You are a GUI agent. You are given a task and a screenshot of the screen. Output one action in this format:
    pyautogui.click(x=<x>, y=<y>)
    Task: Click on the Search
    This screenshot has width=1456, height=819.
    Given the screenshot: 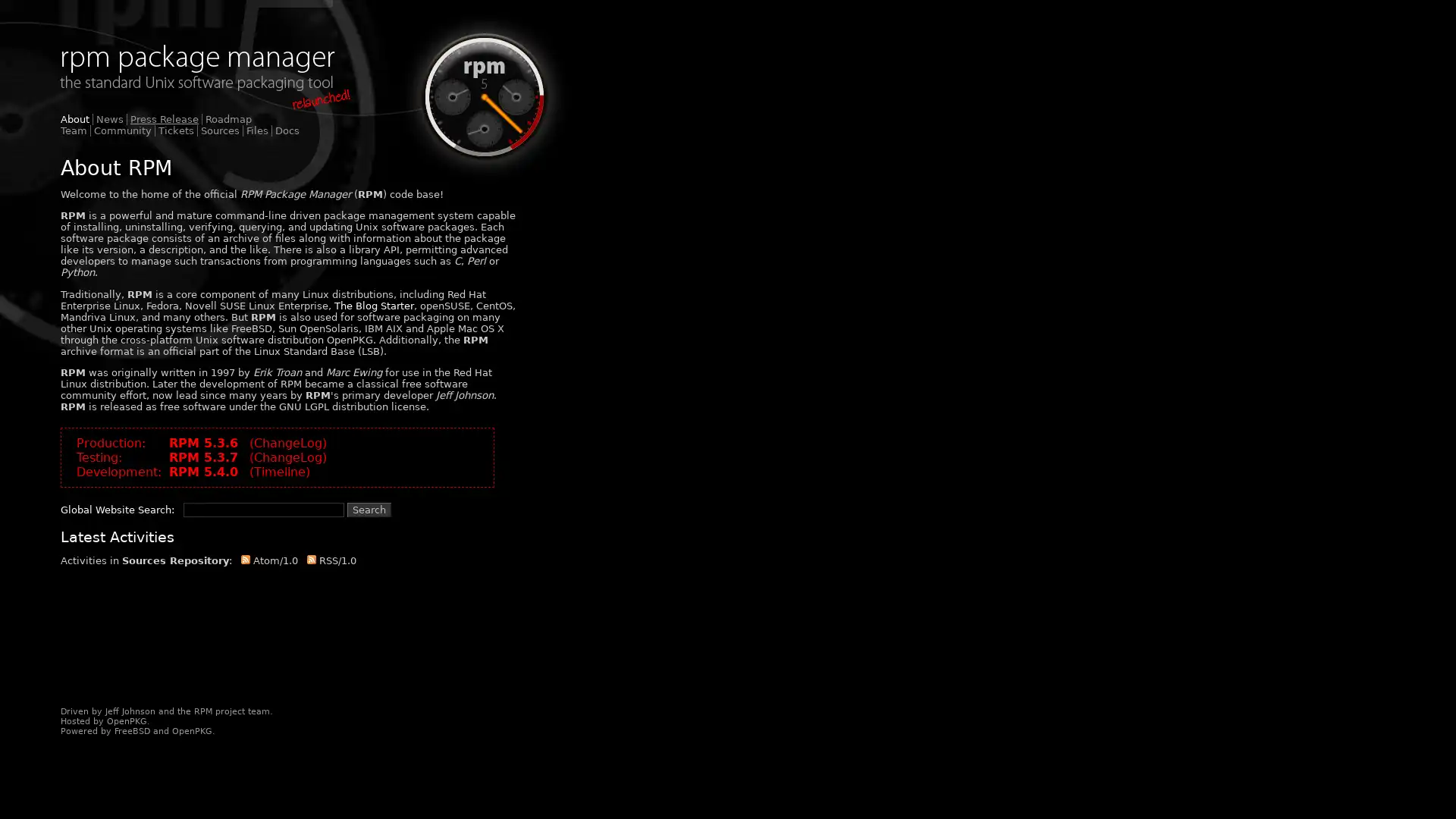 What is the action you would take?
    pyautogui.click(x=369, y=509)
    